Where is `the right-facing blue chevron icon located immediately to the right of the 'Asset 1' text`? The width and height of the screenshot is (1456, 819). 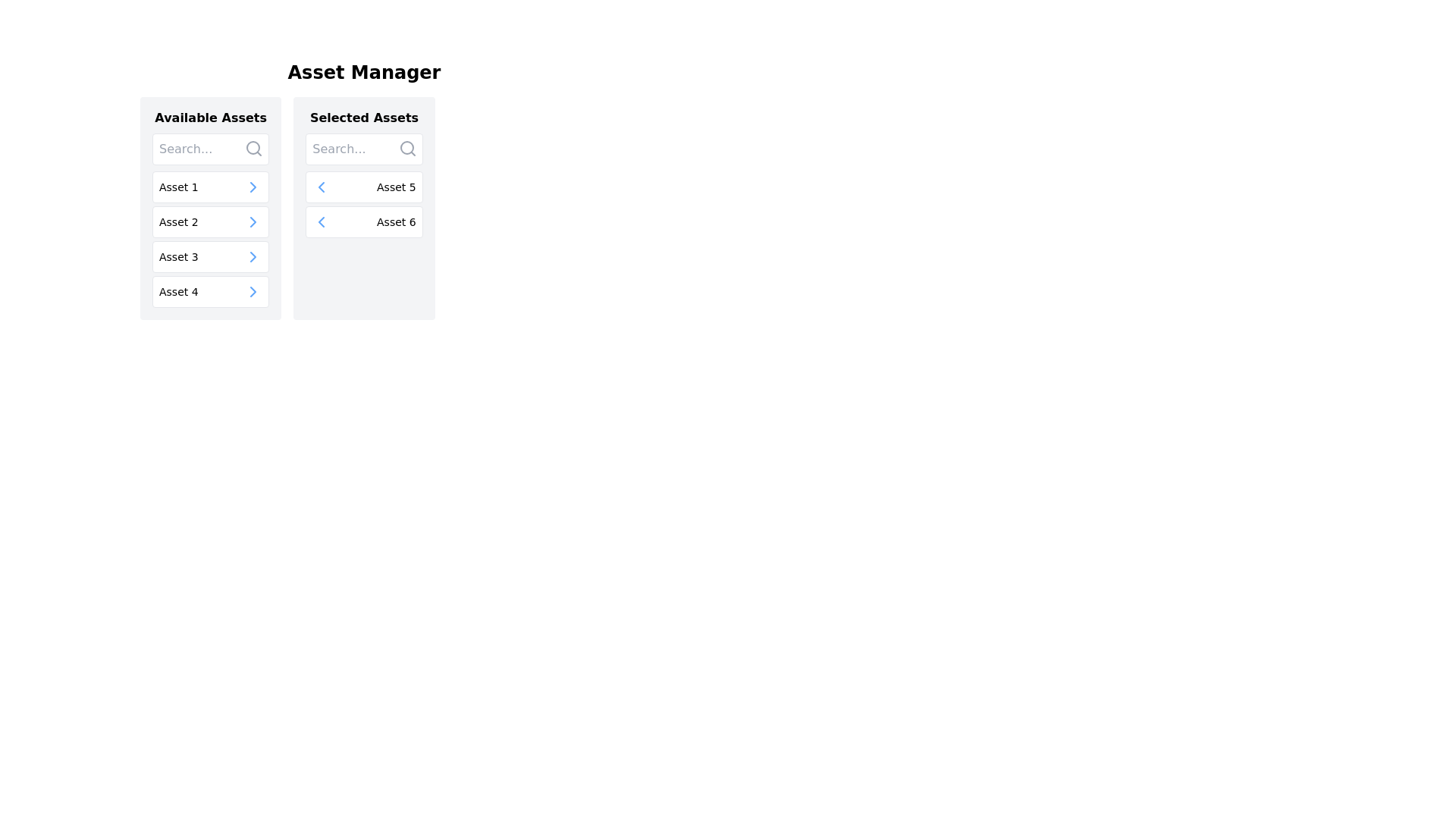 the right-facing blue chevron icon located immediately to the right of the 'Asset 1' text is located at coordinates (253, 186).